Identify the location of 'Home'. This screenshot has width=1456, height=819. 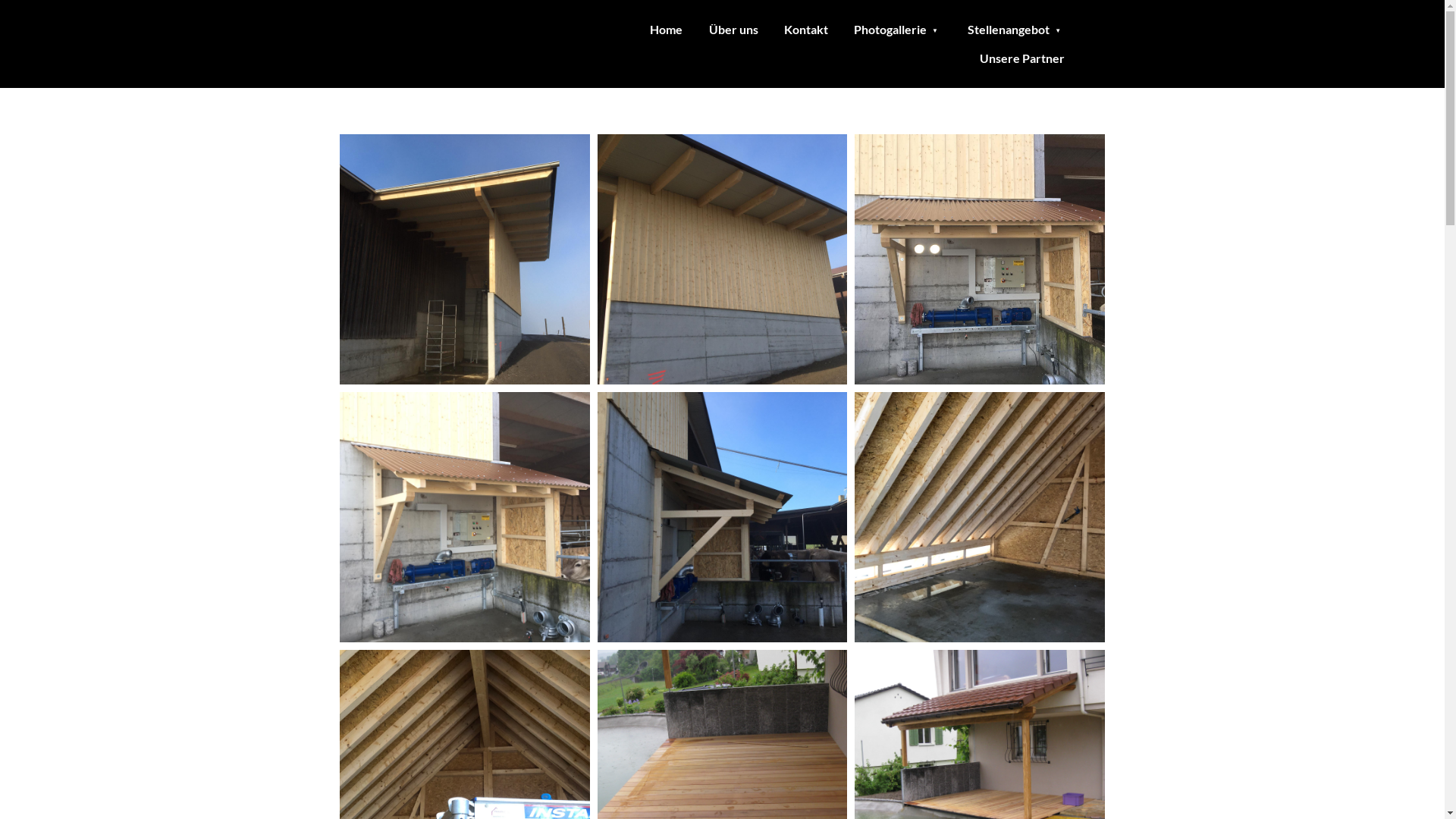
(638, 29).